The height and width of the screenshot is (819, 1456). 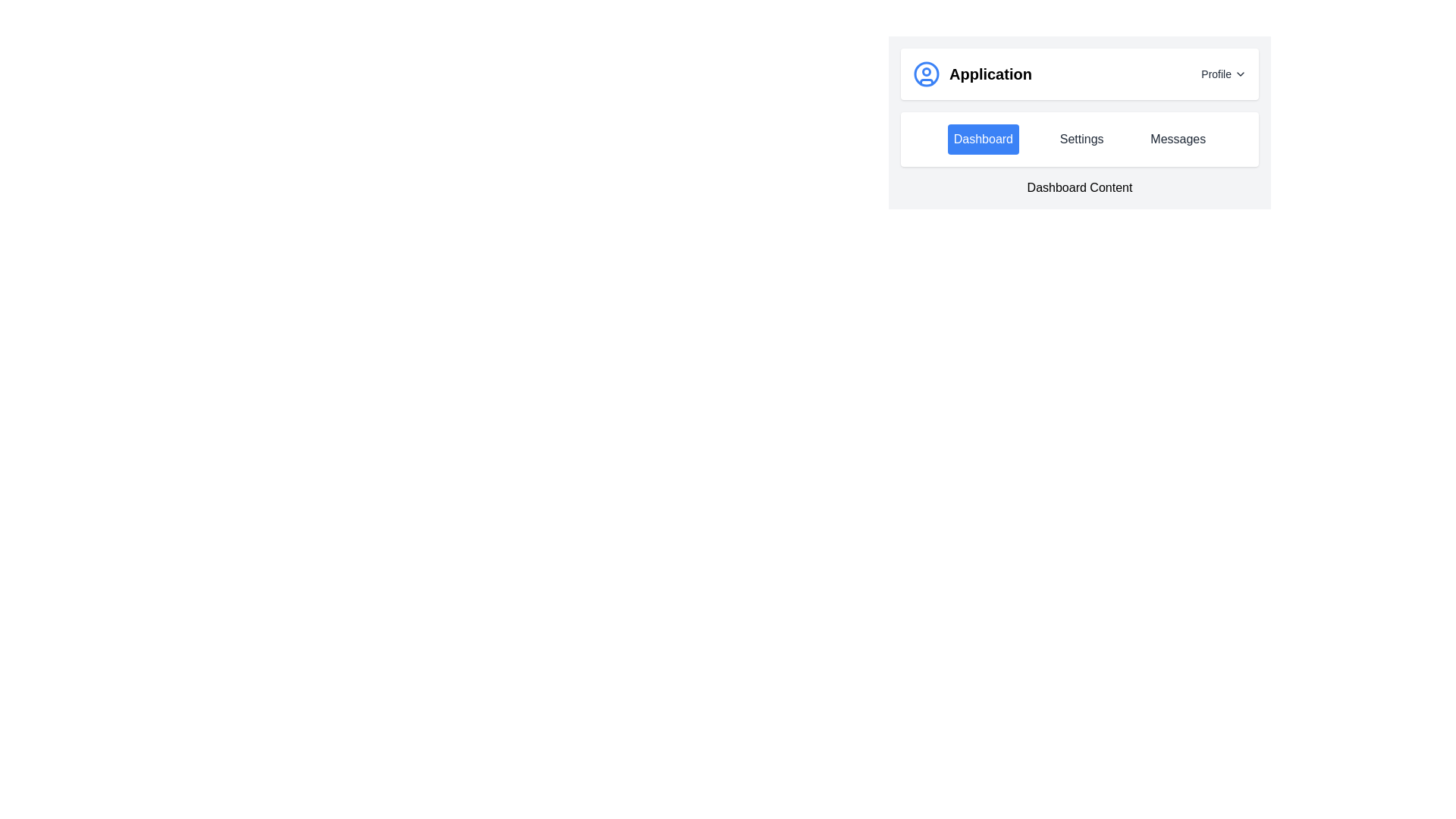 I want to click on the 'Settings' button, which is the second button in a horizontal navigation bar beneath the application's header, so click(x=1081, y=140).